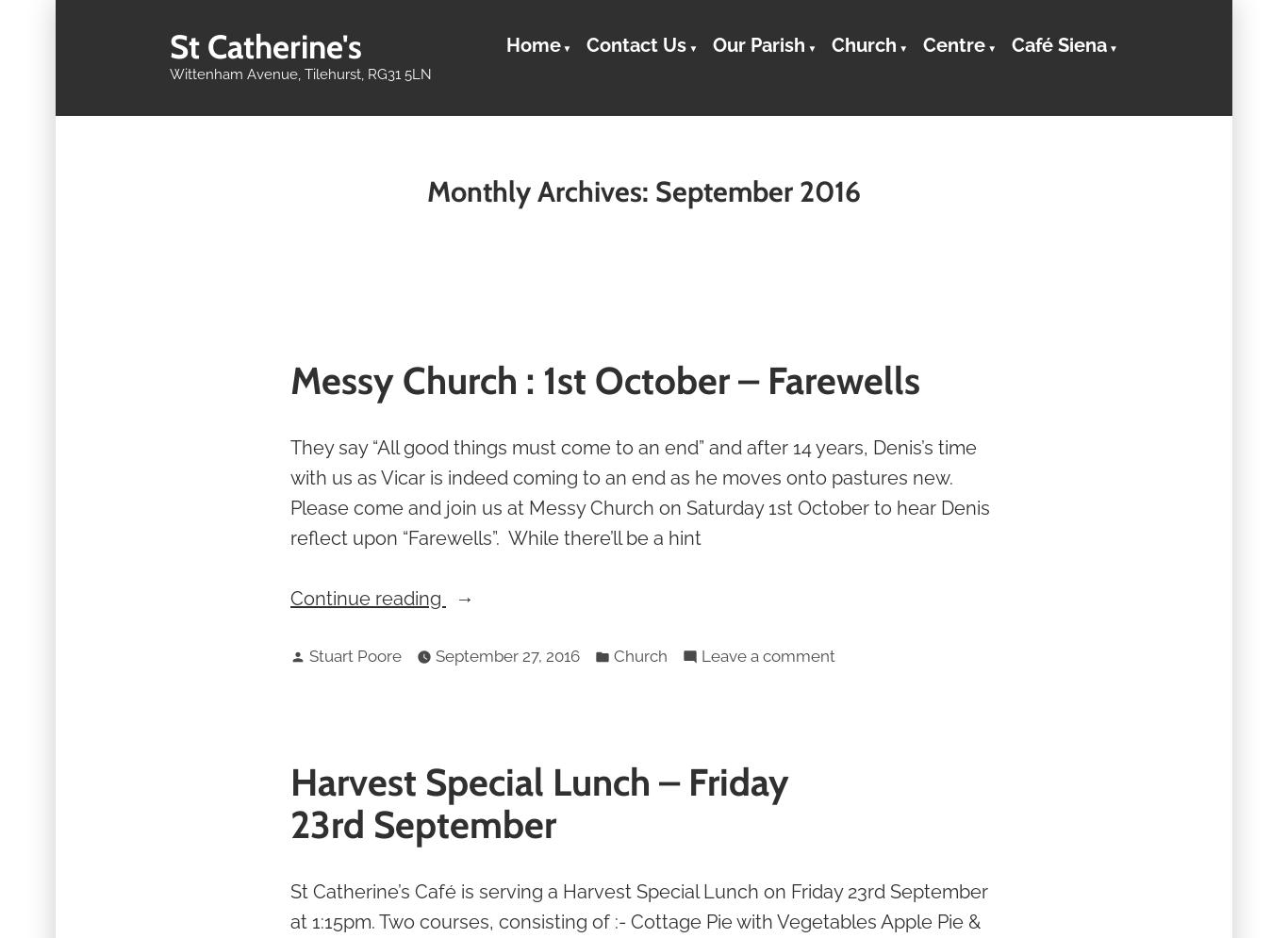  Describe the element at coordinates (639, 490) in the screenshot. I see `'They say “All good things must come to an end” and after 14 years, Denis’s time with us as Vicar is indeed coming to an end as he moves onto pastures new. Please come and join us at Messy Church on Saturday 1st October to hear Denis reflect upon “Farewells”.  While there’ll be a hint'` at that location.